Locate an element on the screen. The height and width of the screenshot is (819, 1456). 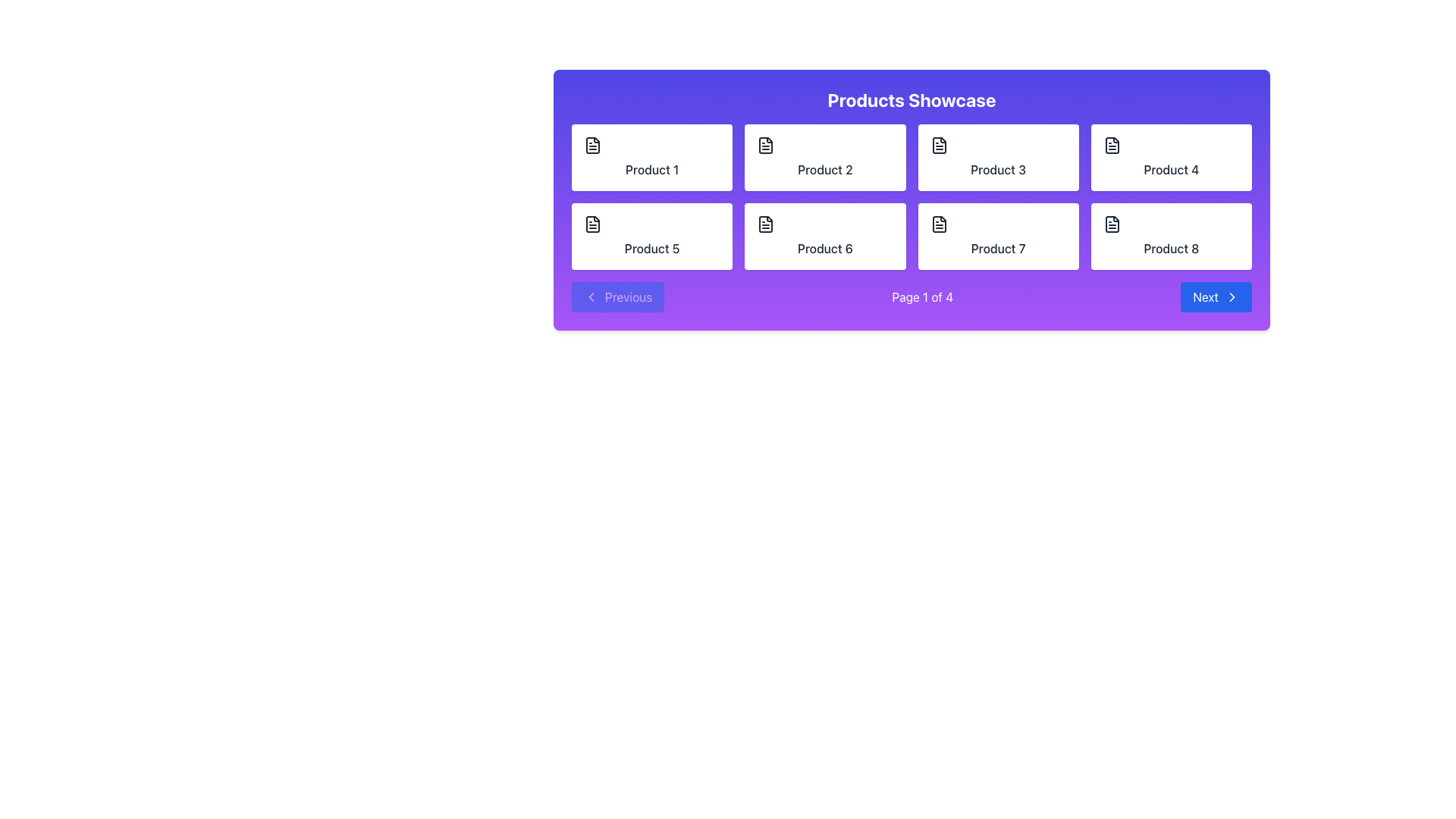
the product name text label located in the first card of the first row of the grid layout is located at coordinates (652, 169).